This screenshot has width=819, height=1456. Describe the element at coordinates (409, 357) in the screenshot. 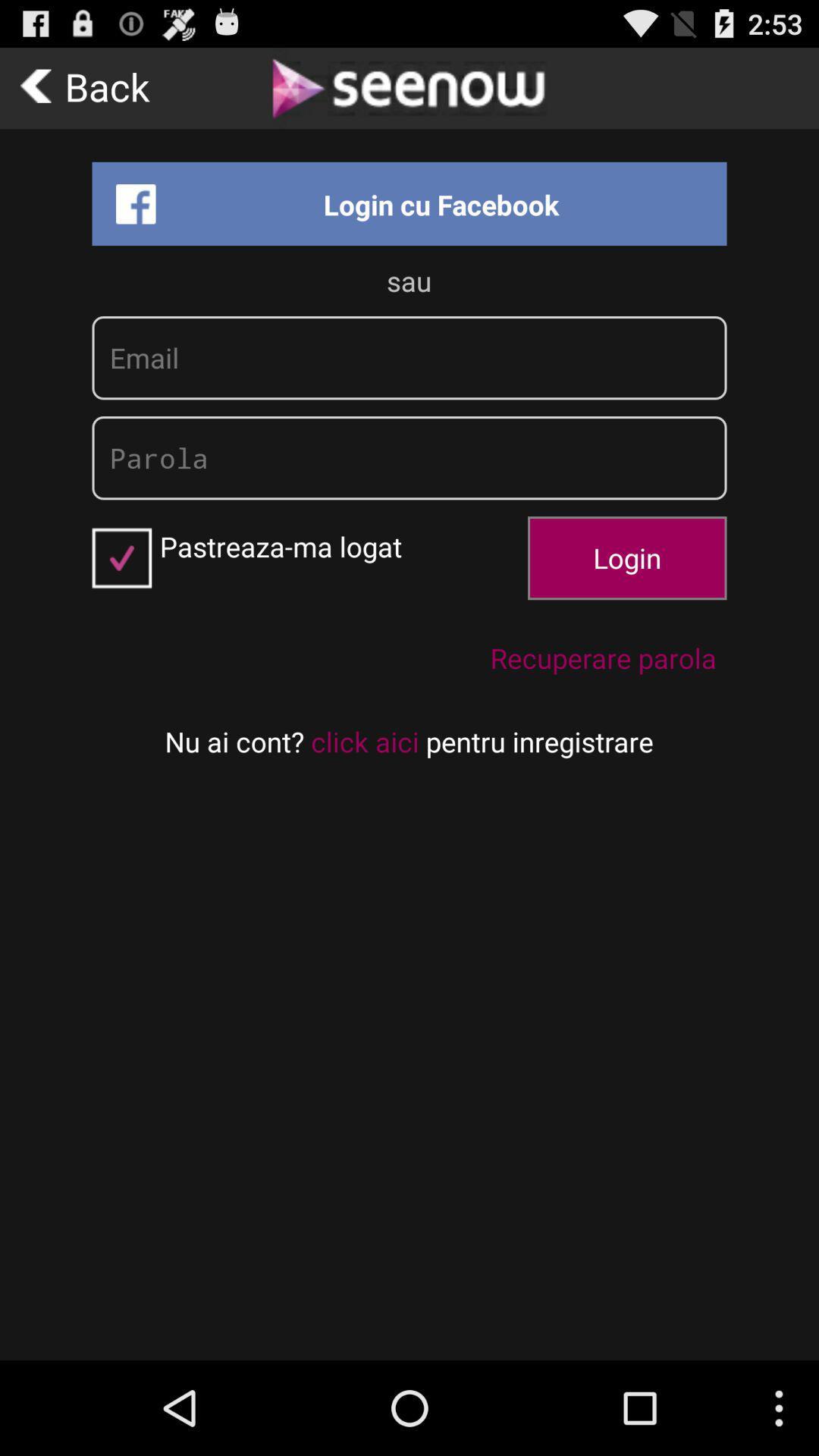

I see `insert email` at that location.